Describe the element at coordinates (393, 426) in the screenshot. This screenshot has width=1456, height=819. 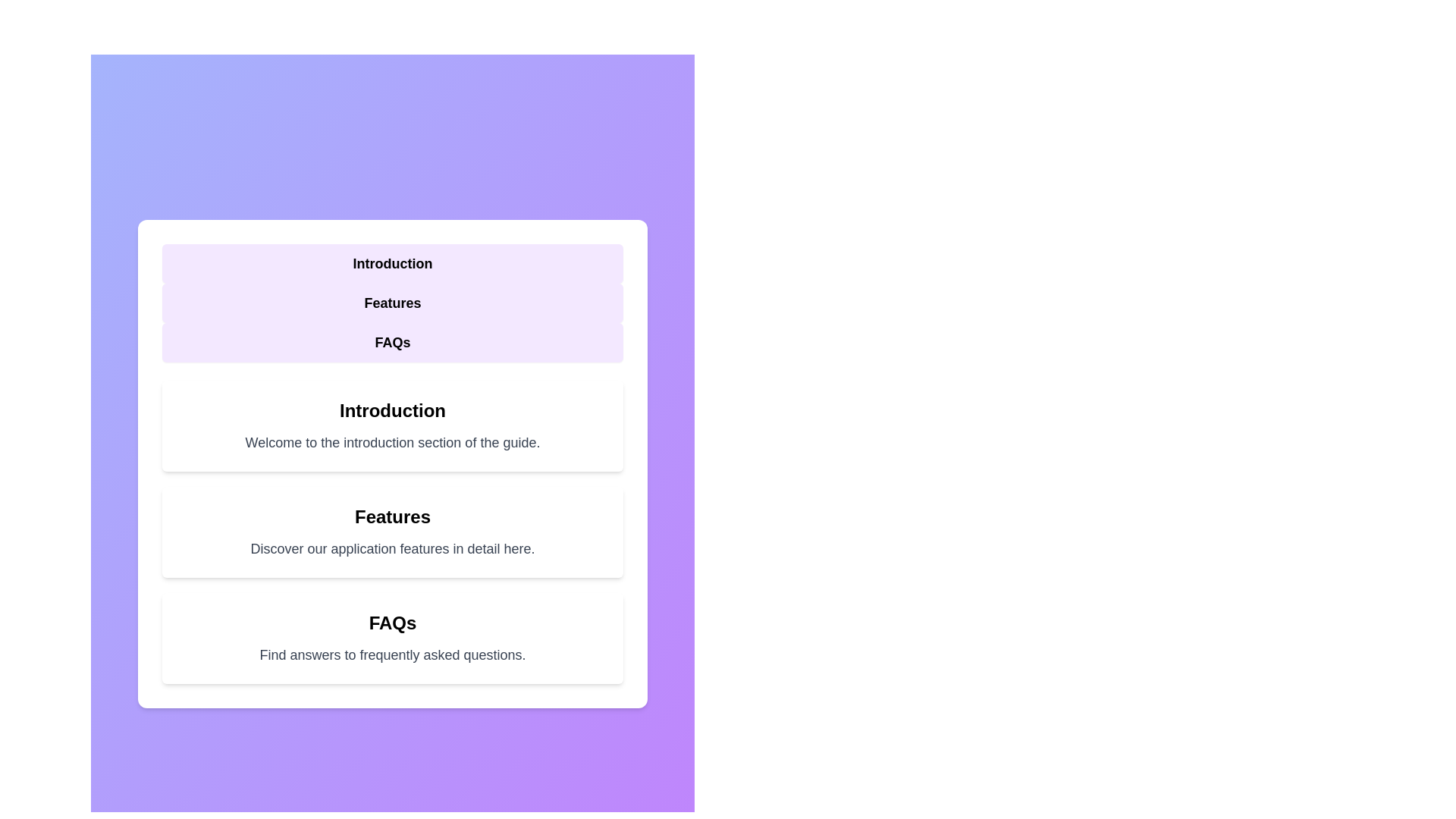
I see `the Informational section, which serves as an introductory guide located above the 'Features' and 'FAQs' sections` at that location.